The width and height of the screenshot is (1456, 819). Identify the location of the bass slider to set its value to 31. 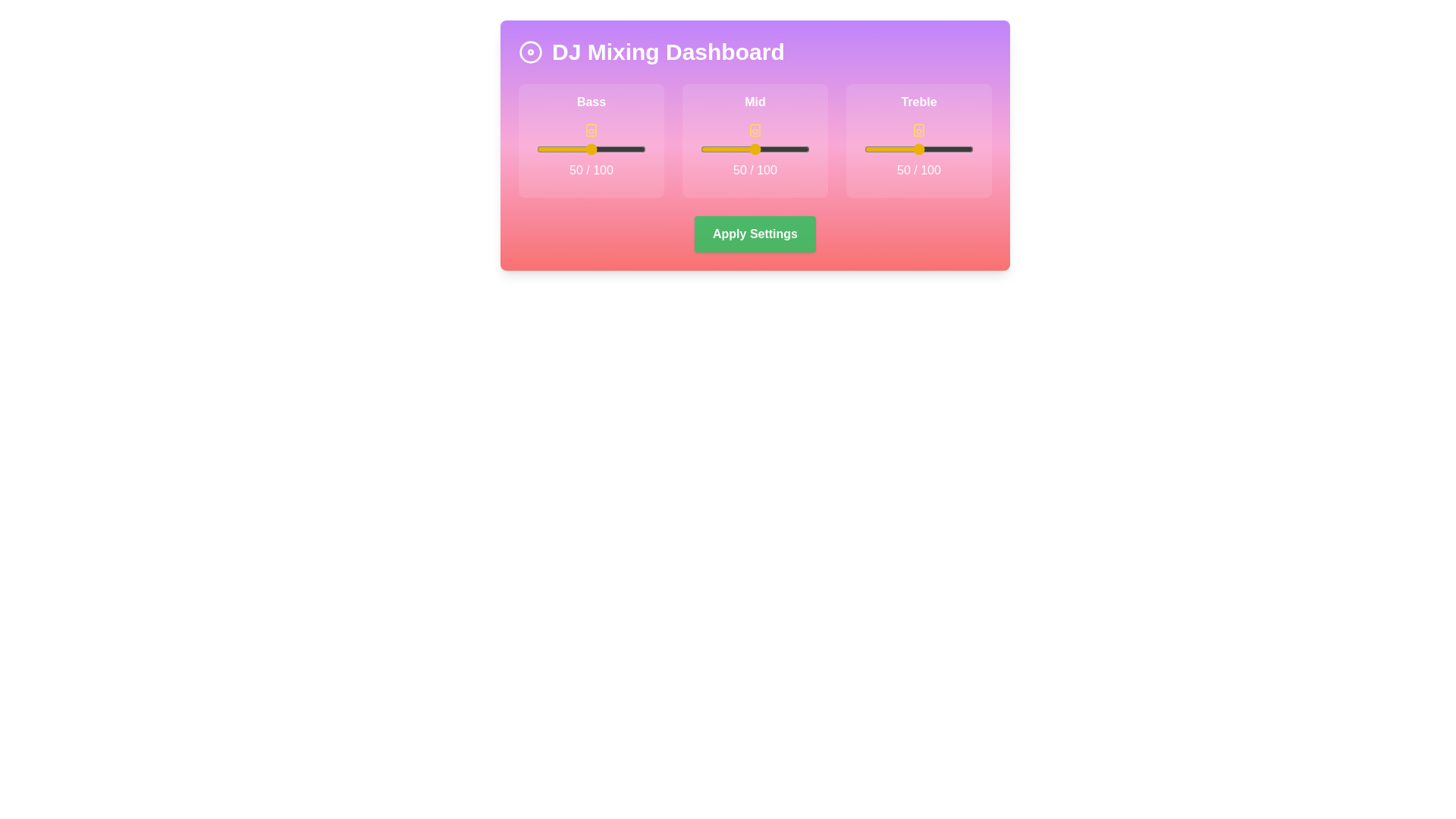
(570, 149).